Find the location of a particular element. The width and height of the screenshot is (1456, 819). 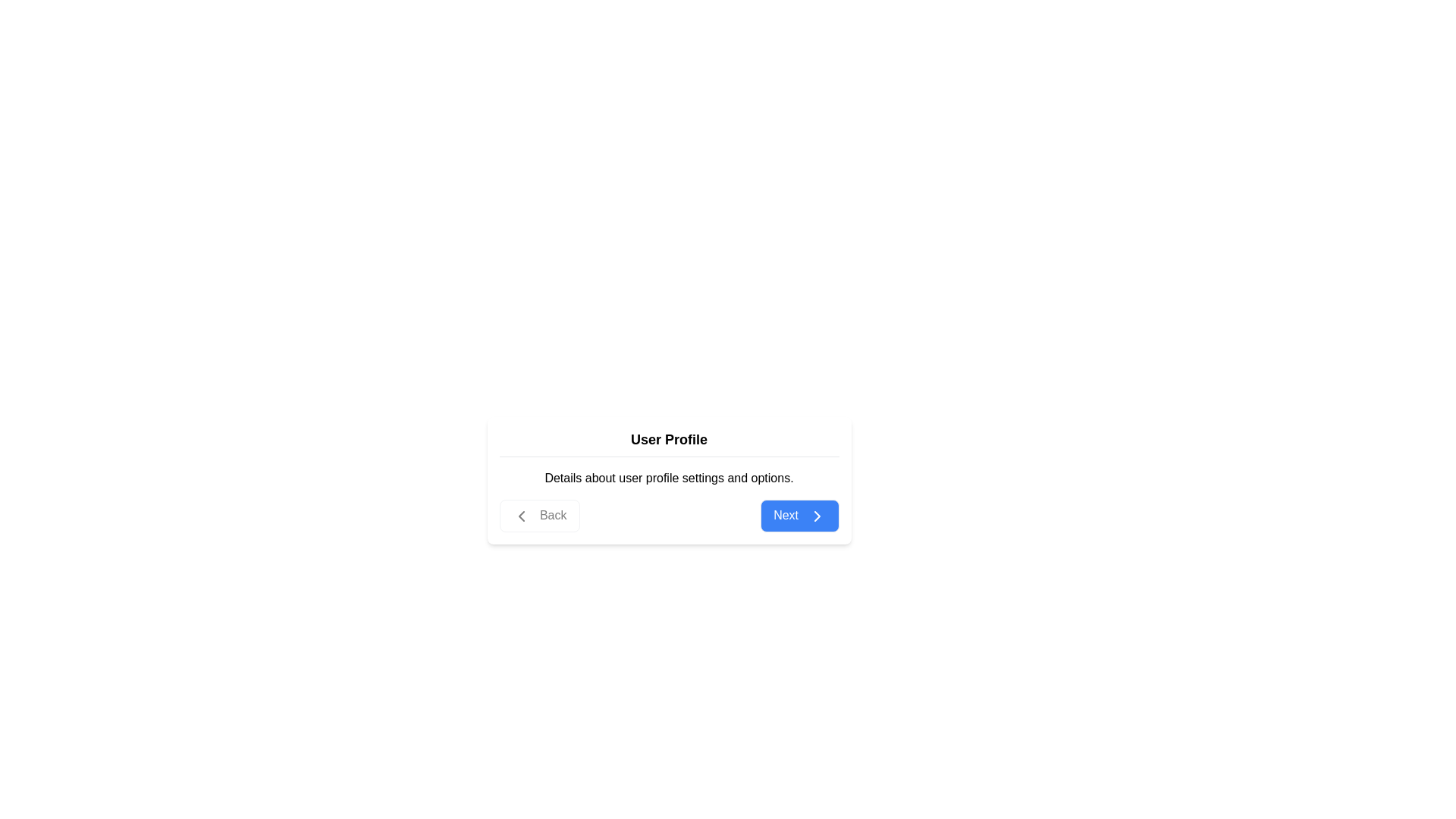

the rightward arrow icon styled as a chevron located inside the blue rectangular 'Next' button at the bottom right of the dialog box is located at coordinates (816, 515).